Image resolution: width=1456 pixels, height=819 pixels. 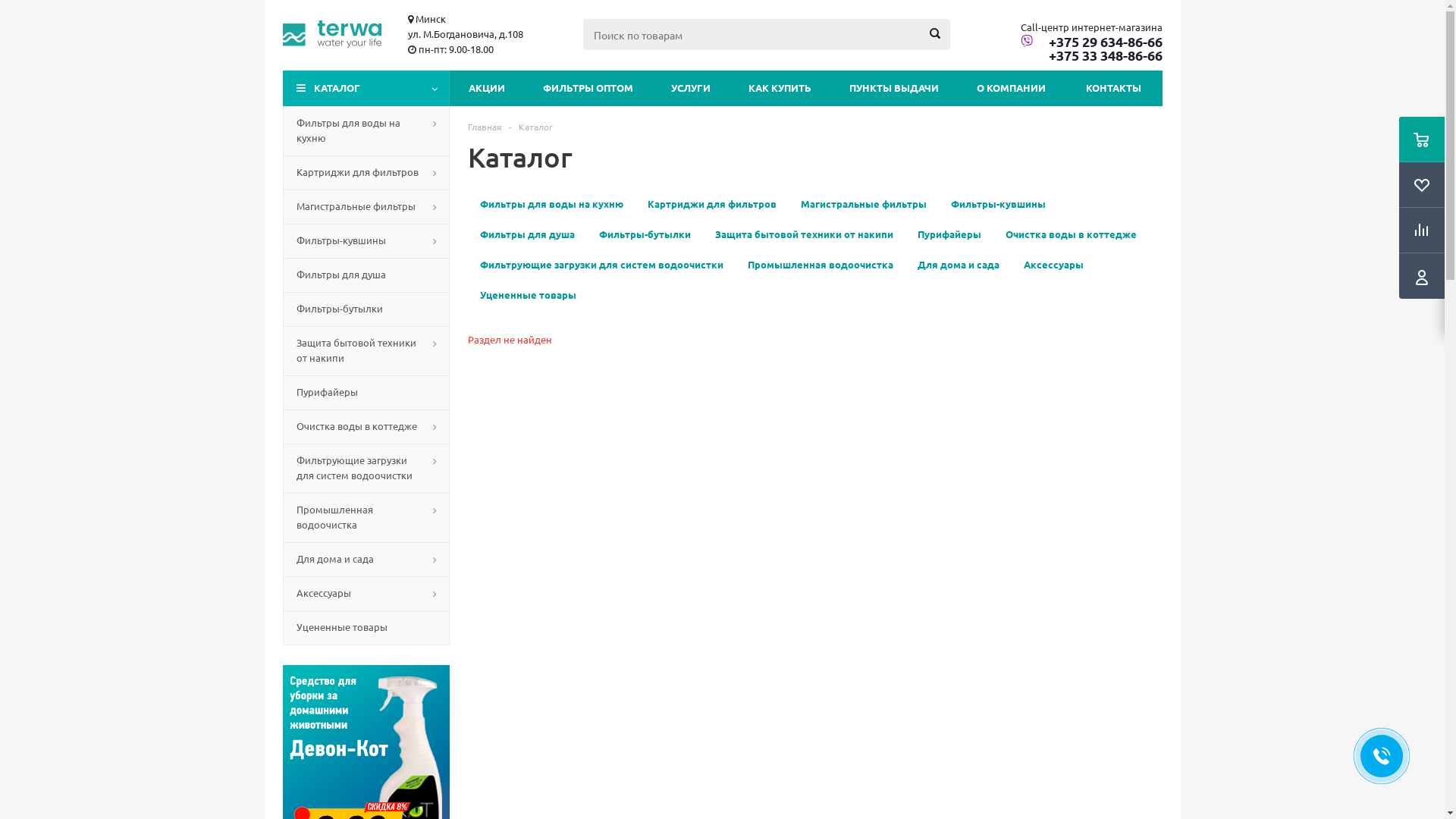 I want to click on '+375 33 348-86-66', so click(x=1090, y=55).